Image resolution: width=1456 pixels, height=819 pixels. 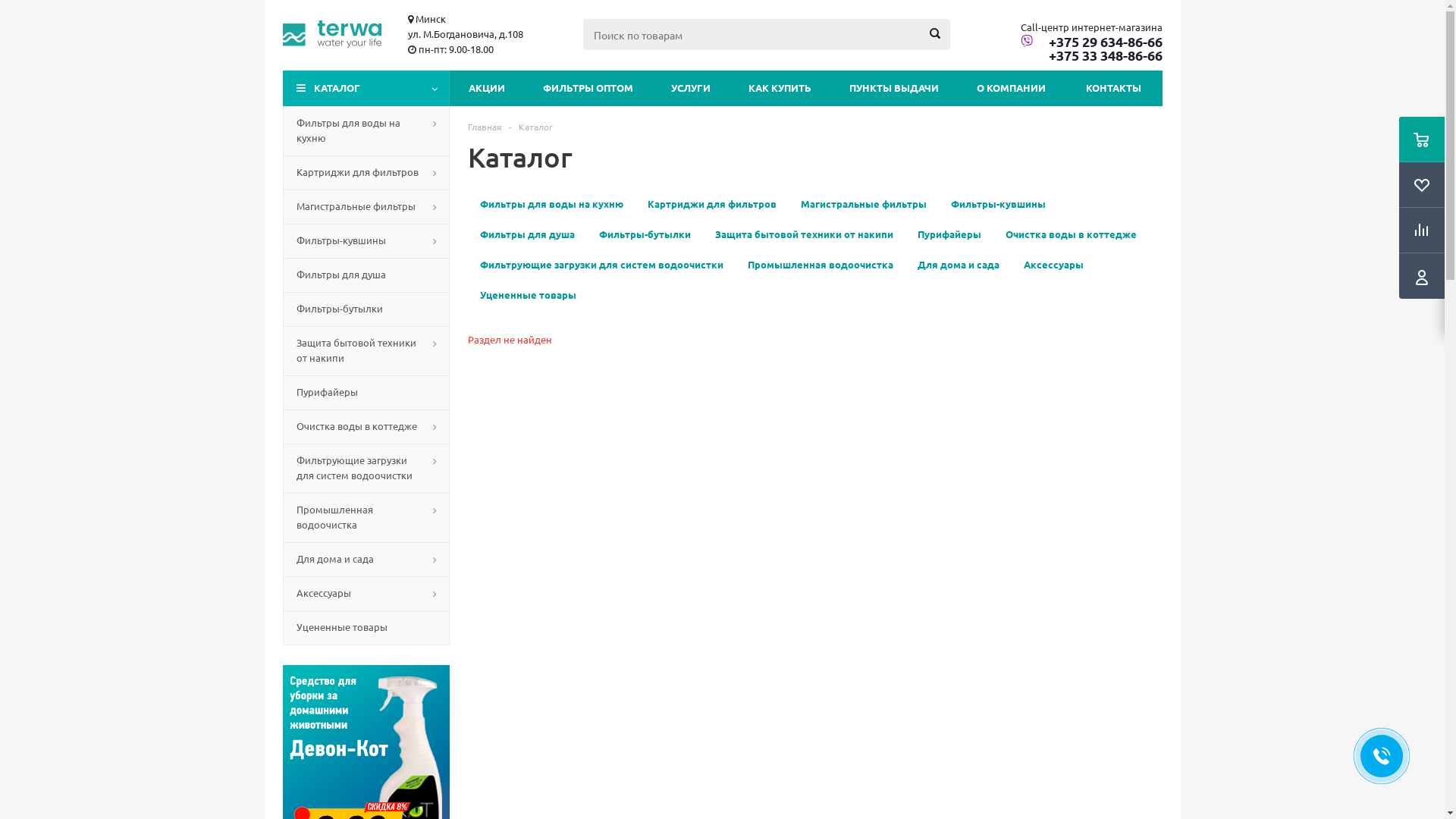 I want to click on '+375 33 348-86-66', so click(x=1090, y=55).